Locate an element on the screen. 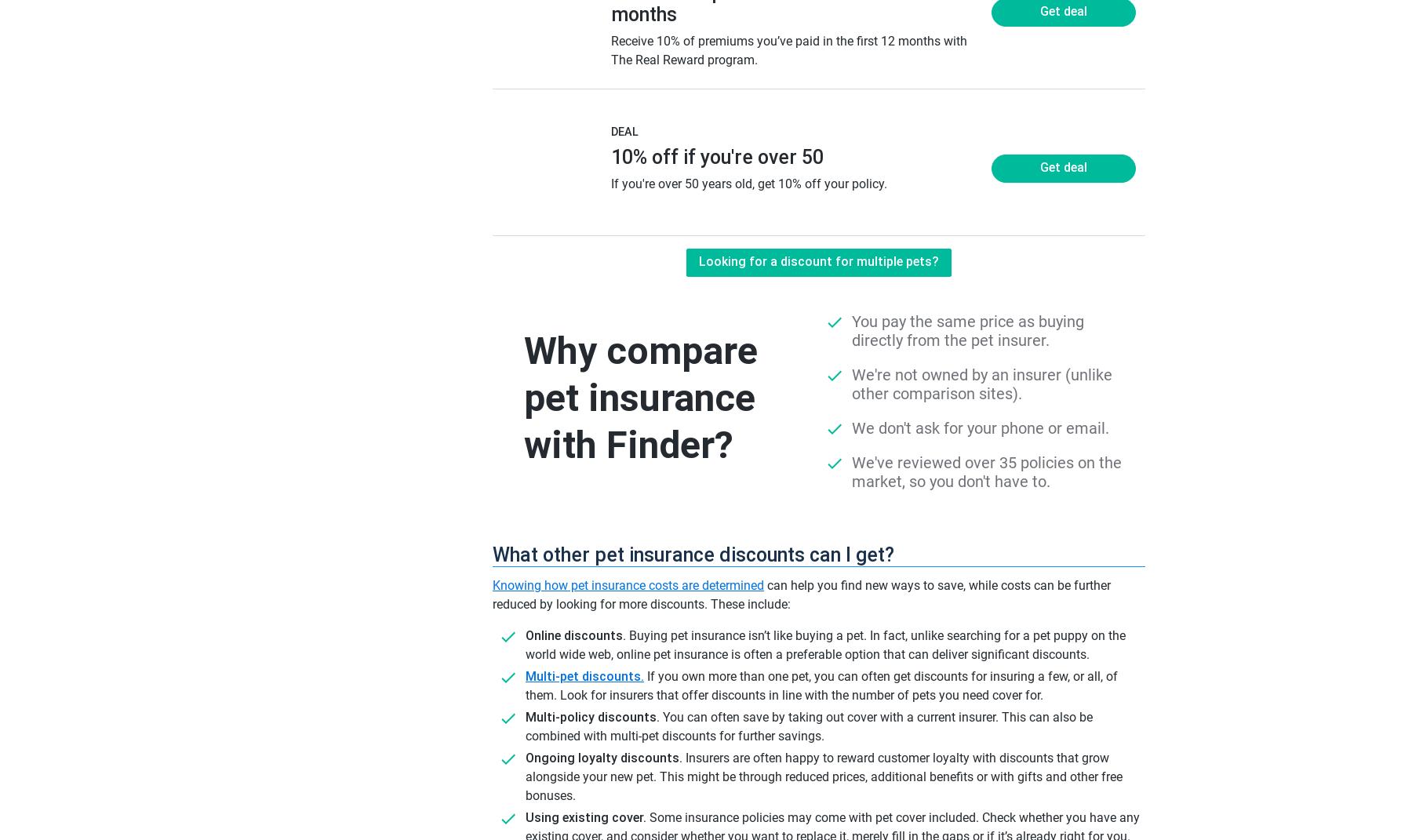 This screenshot has width=1412, height=840. 'Ongoing loyalty discounts.' is located at coordinates (603, 757).